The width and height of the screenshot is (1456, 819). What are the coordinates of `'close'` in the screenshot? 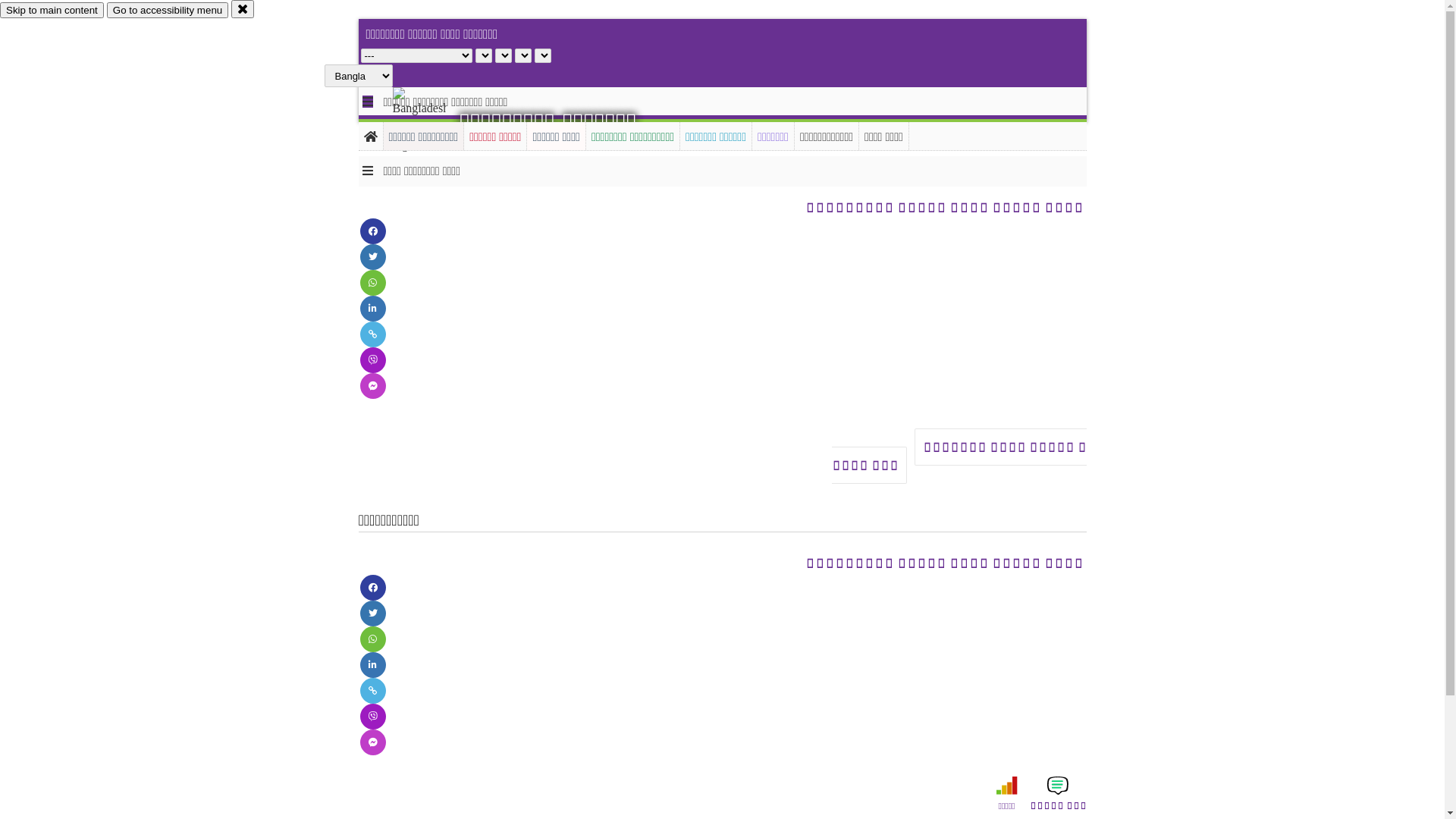 It's located at (243, 8).